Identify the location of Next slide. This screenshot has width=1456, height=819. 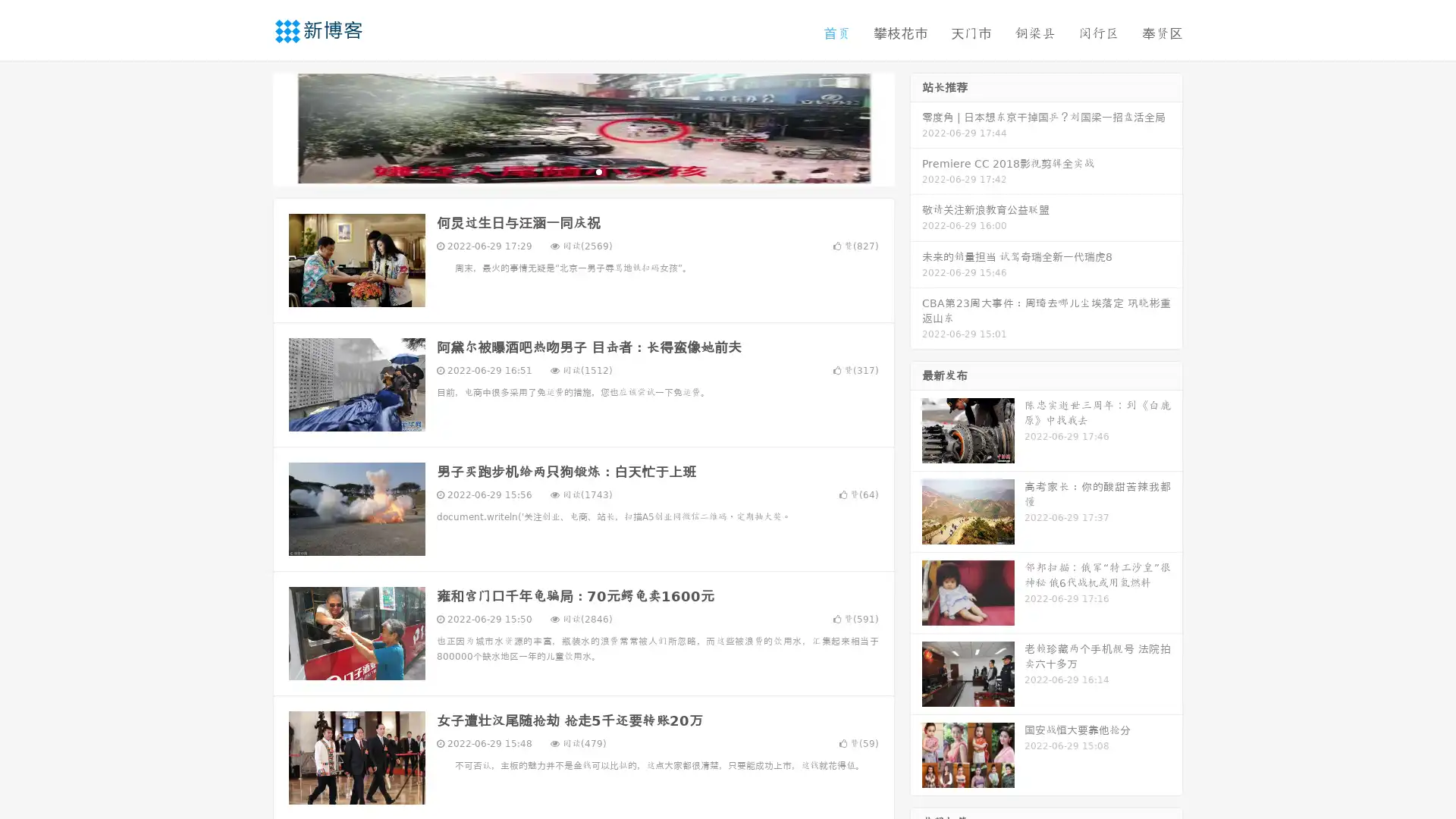
(916, 127).